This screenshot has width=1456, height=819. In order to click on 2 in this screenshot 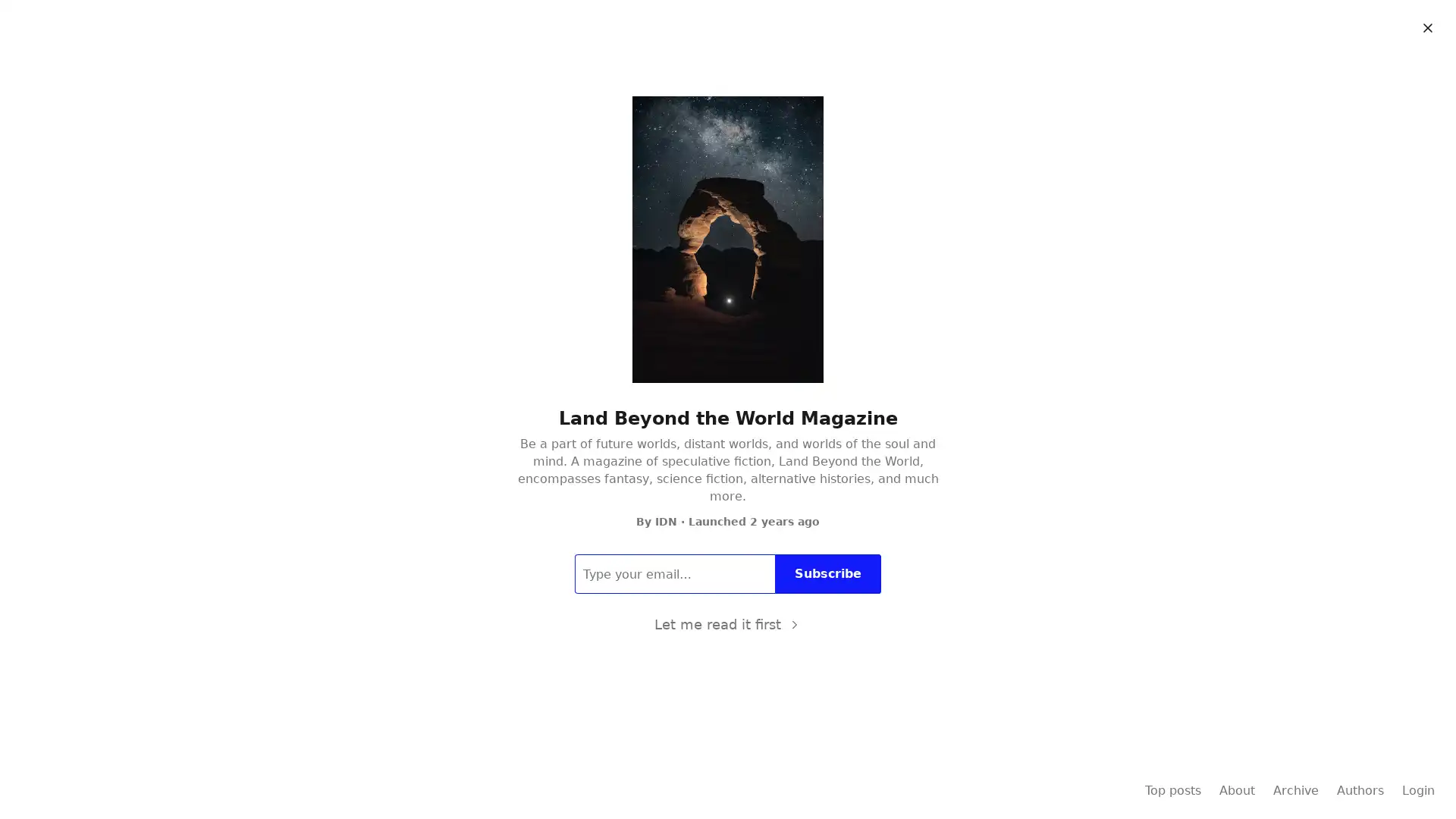, I will do `click(502, 696)`.